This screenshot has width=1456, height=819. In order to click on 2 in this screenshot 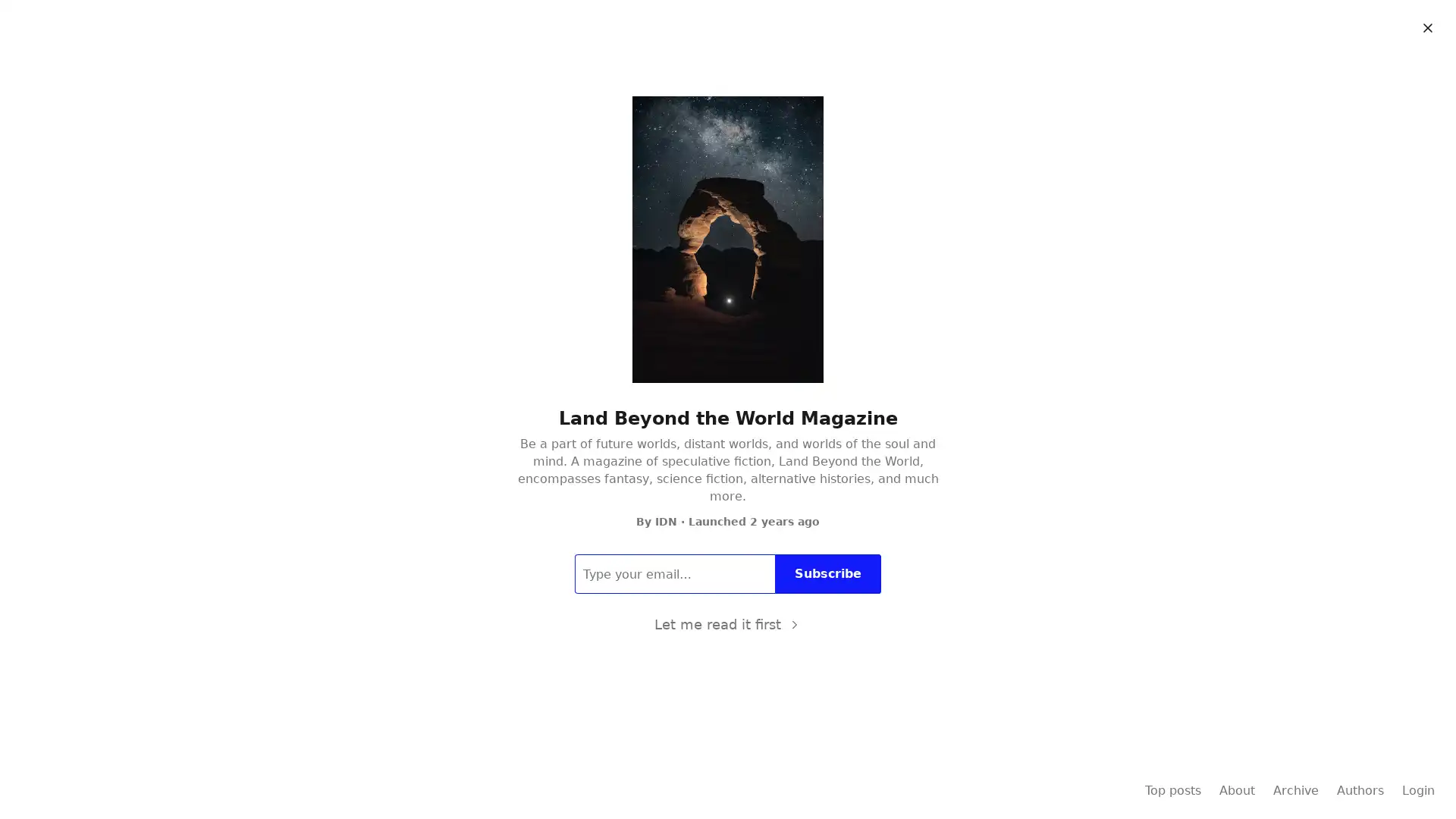, I will do `click(502, 696)`.